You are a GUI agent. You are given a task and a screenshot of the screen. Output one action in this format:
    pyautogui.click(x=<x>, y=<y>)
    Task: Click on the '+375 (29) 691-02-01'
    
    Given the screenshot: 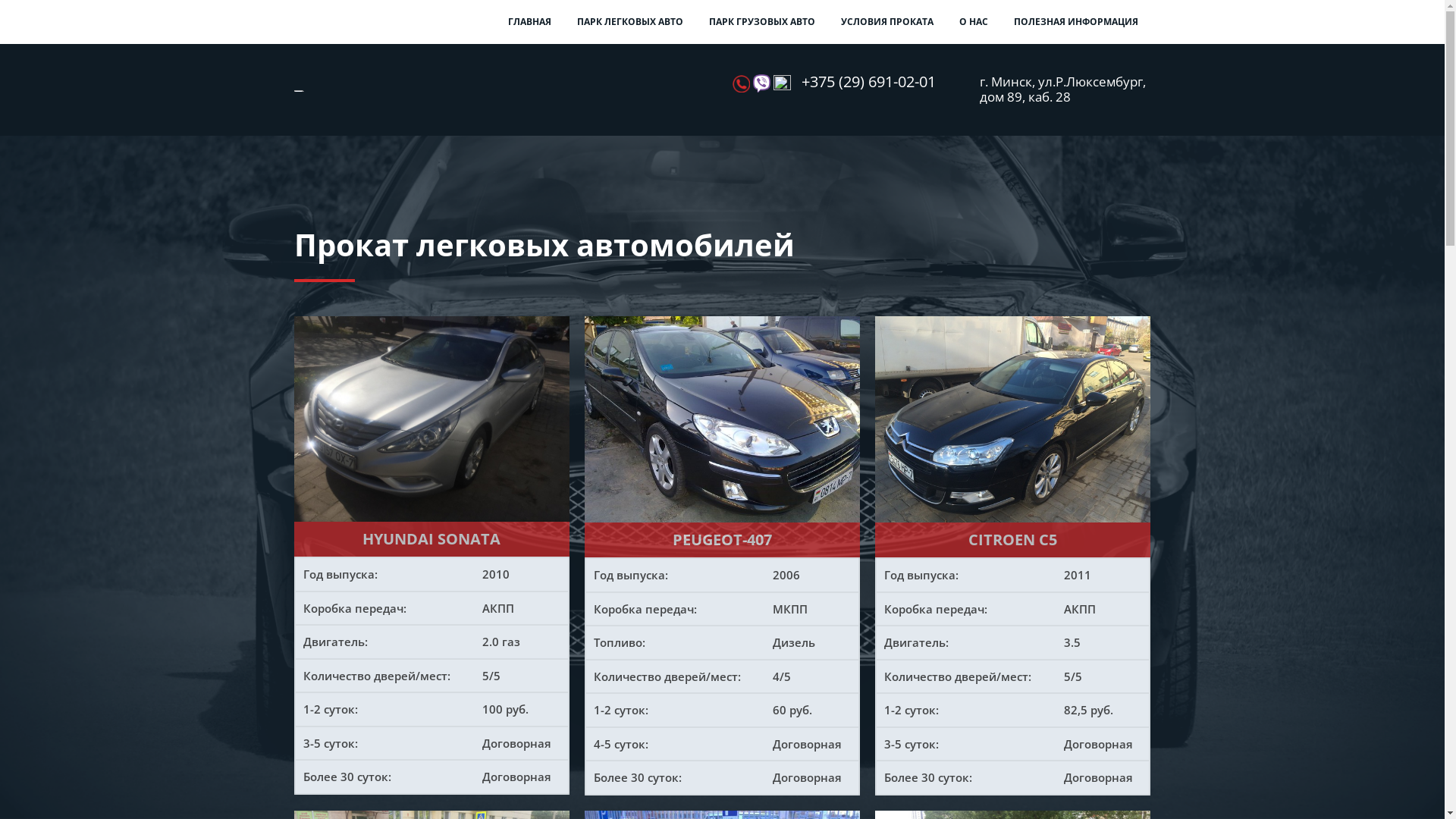 What is the action you would take?
    pyautogui.click(x=868, y=82)
    